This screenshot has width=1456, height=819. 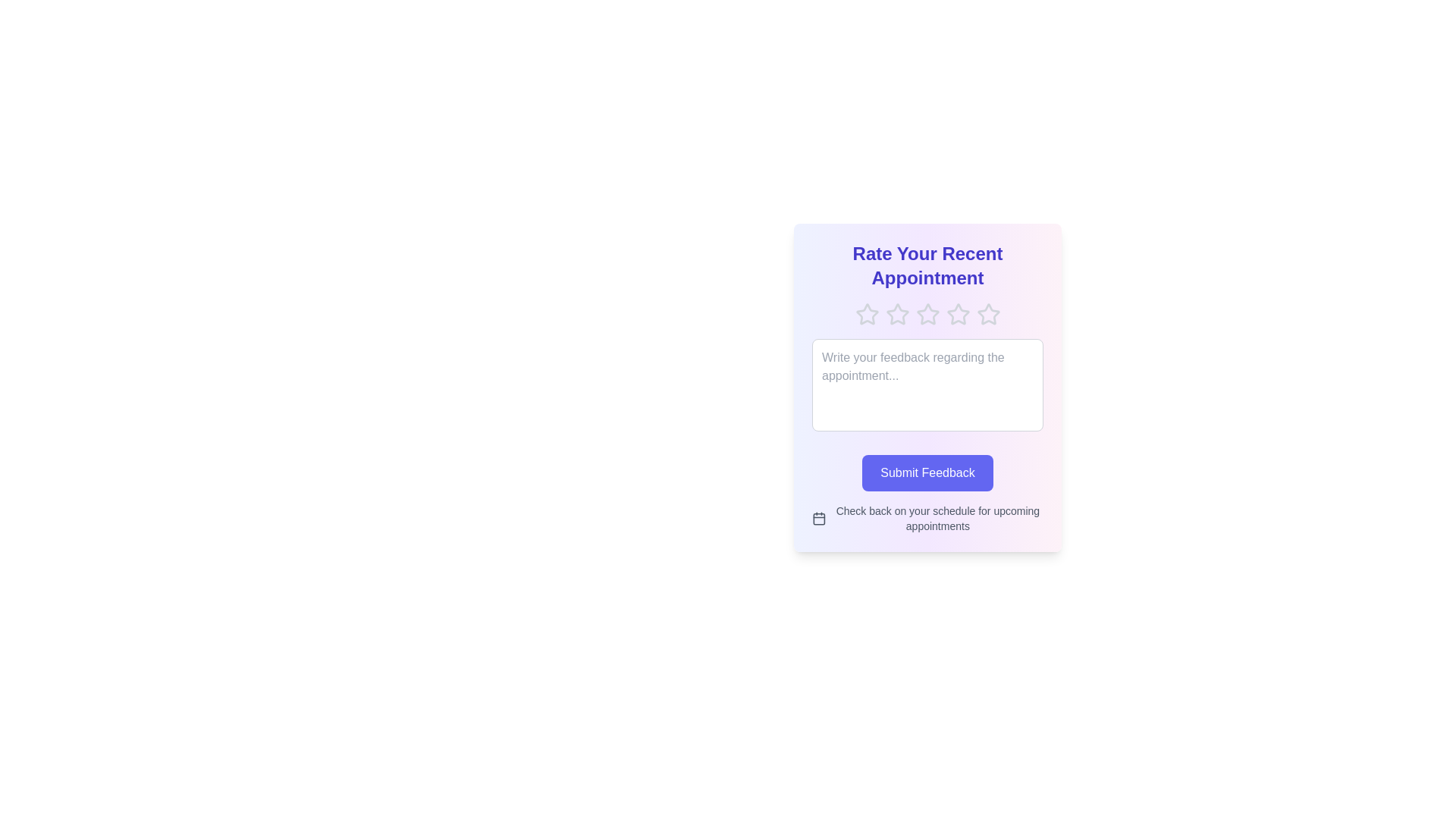 I want to click on the rating to 2 stars by clicking on the corresponding star, so click(x=897, y=314).